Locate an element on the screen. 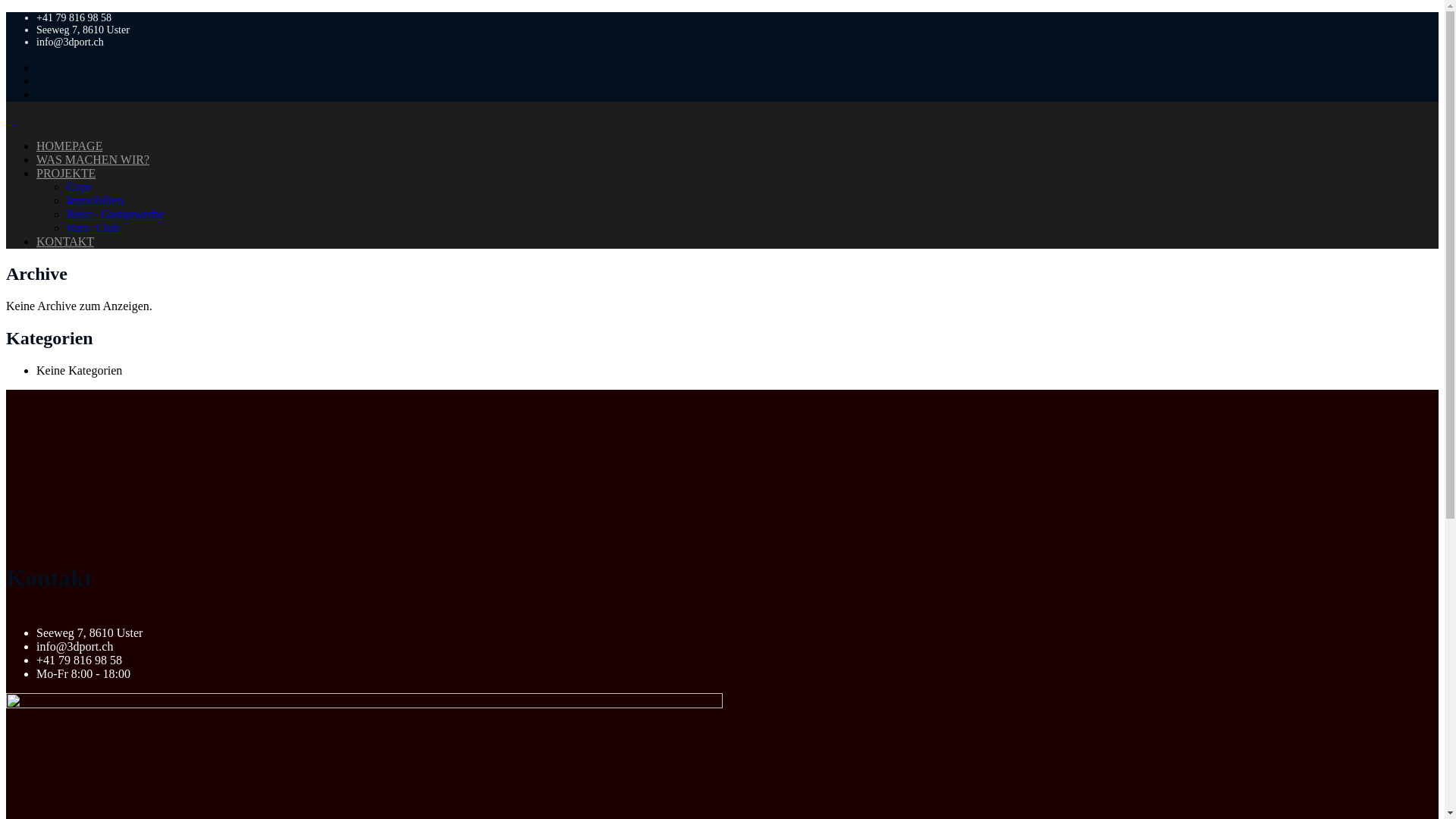 The image size is (1456, 819). 'KONTAKT' is located at coordinates (64, 240).